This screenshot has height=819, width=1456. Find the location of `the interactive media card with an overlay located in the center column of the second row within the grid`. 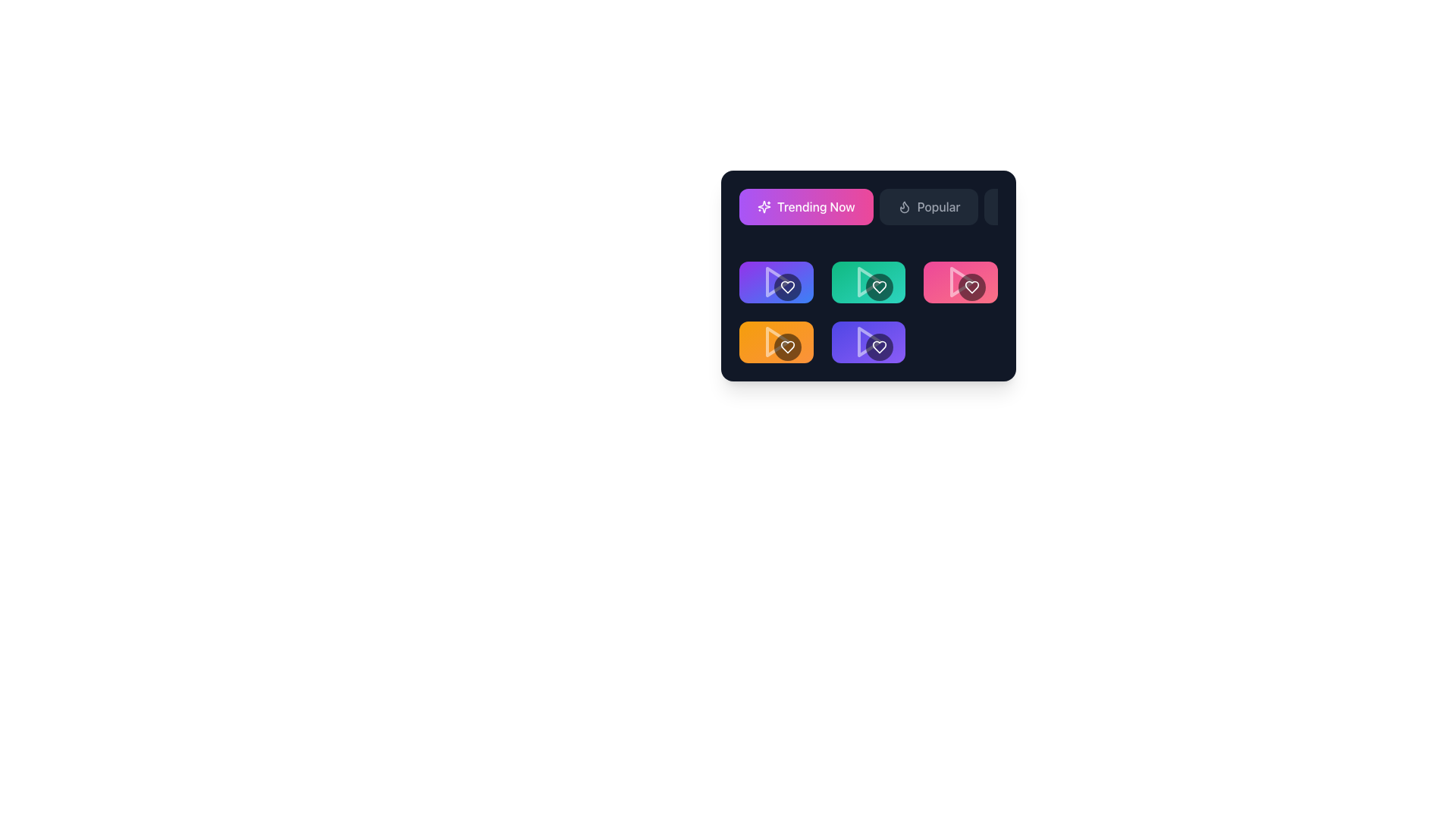

the interactive media card with an overlay located in the center column of the second row within the grid is located at coordinates (868, 342).